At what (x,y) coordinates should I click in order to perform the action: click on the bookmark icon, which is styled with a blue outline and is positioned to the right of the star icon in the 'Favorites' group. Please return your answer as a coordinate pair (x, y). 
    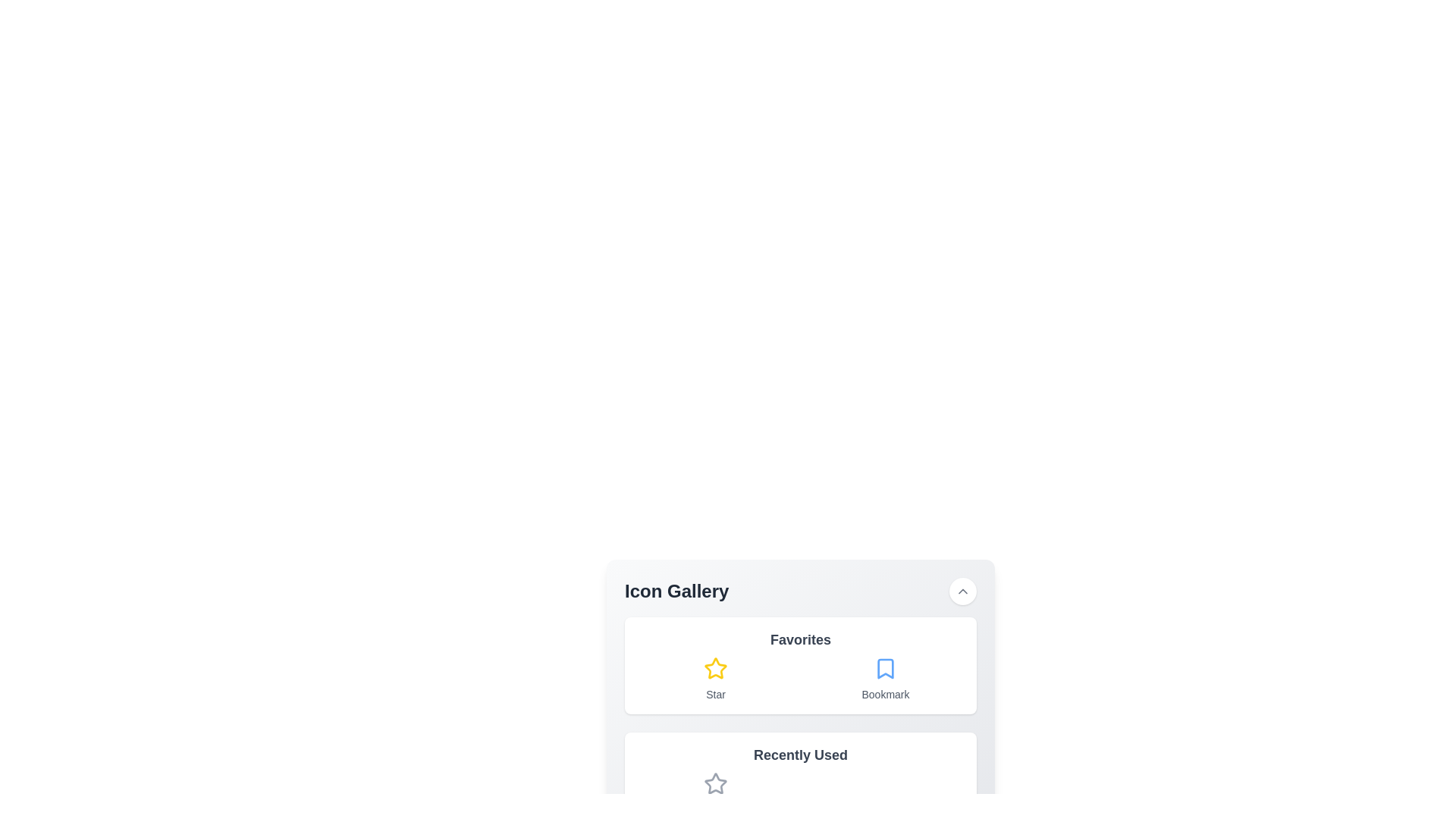
    Looking at the image, I should click on (885, 668).